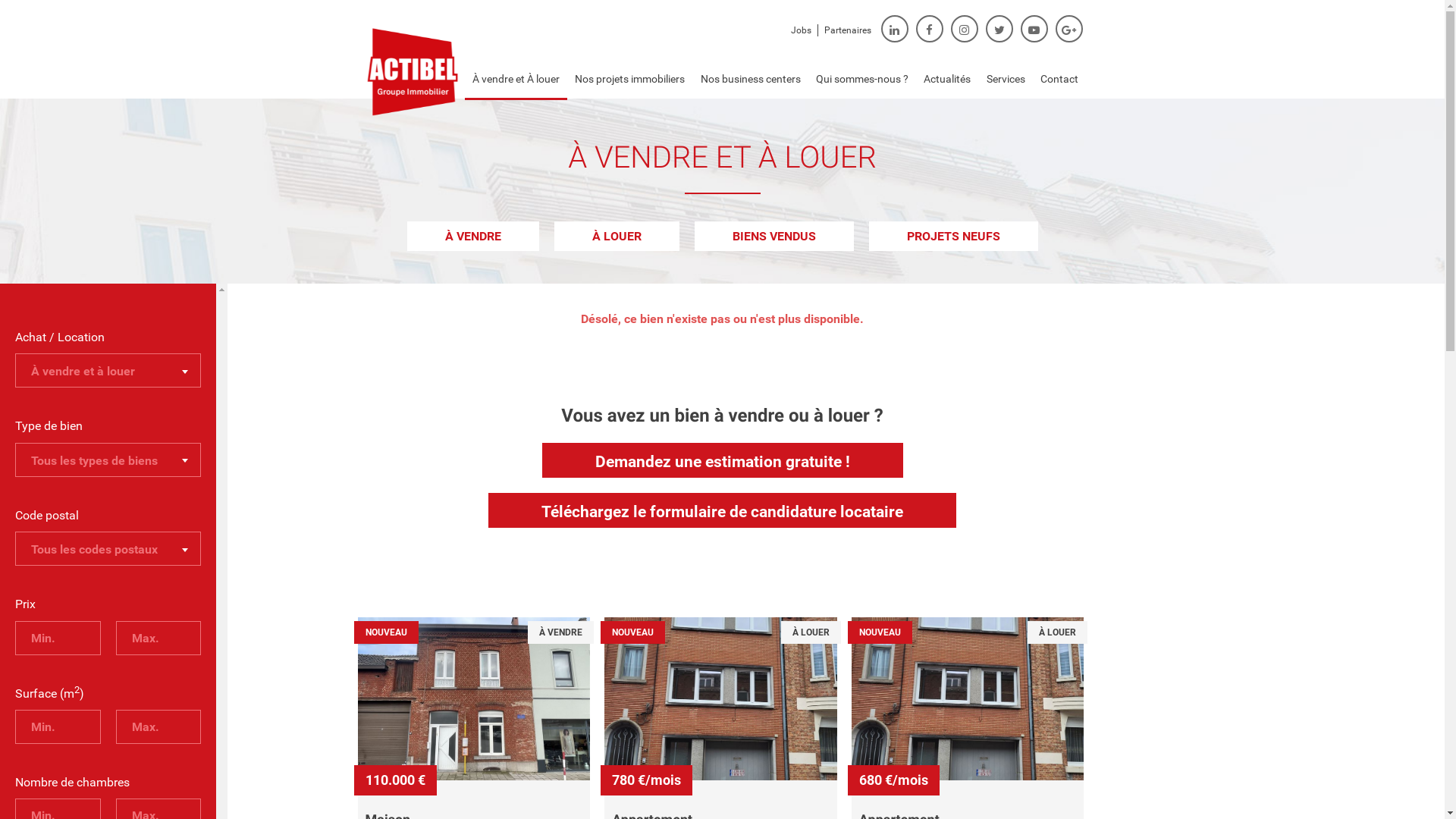  I want to click on 'Facebook', so click(928, 29).